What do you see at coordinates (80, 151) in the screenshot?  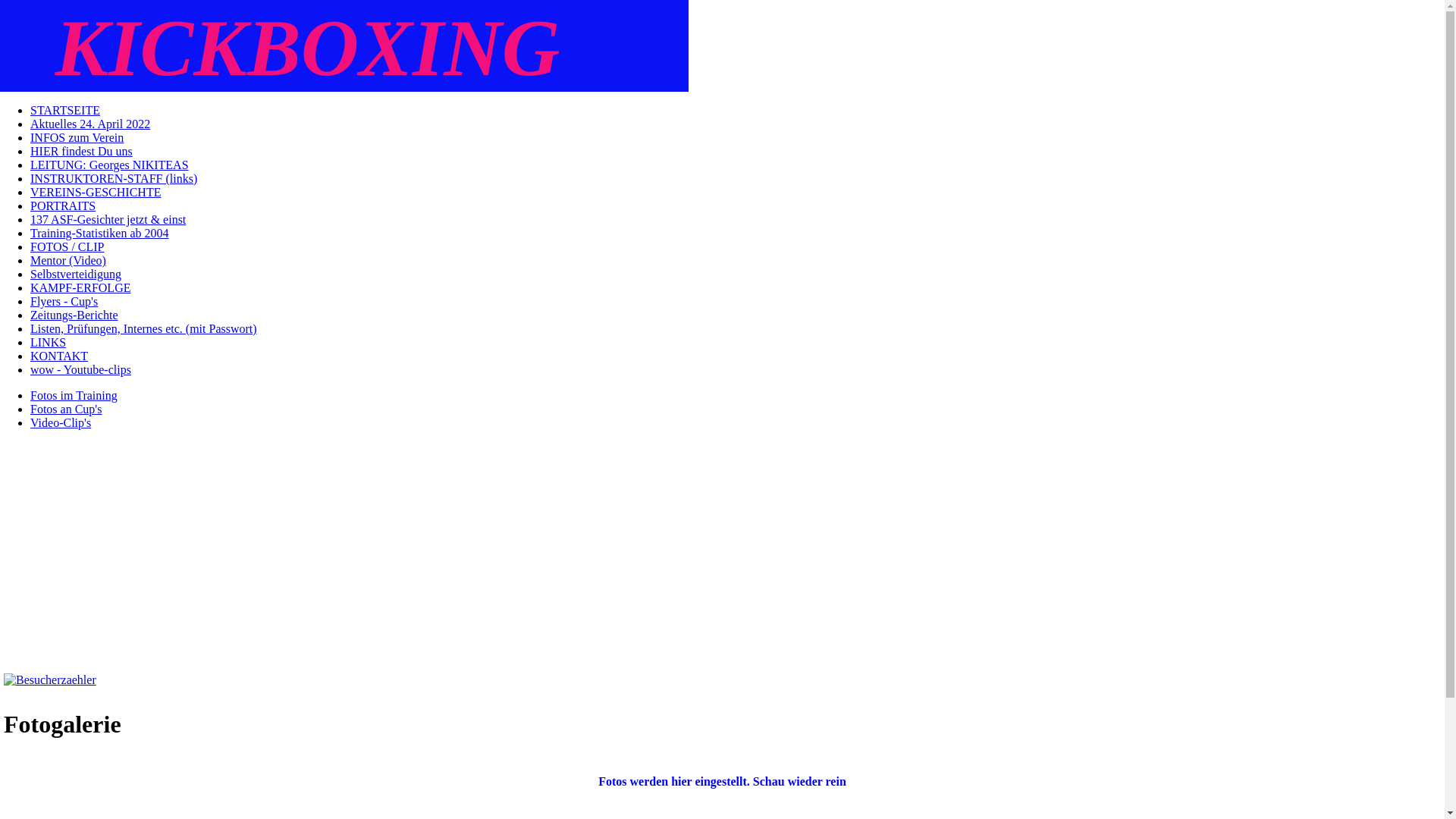 I see `'HIER findest Du uns'` at bounding box center [80, 151].